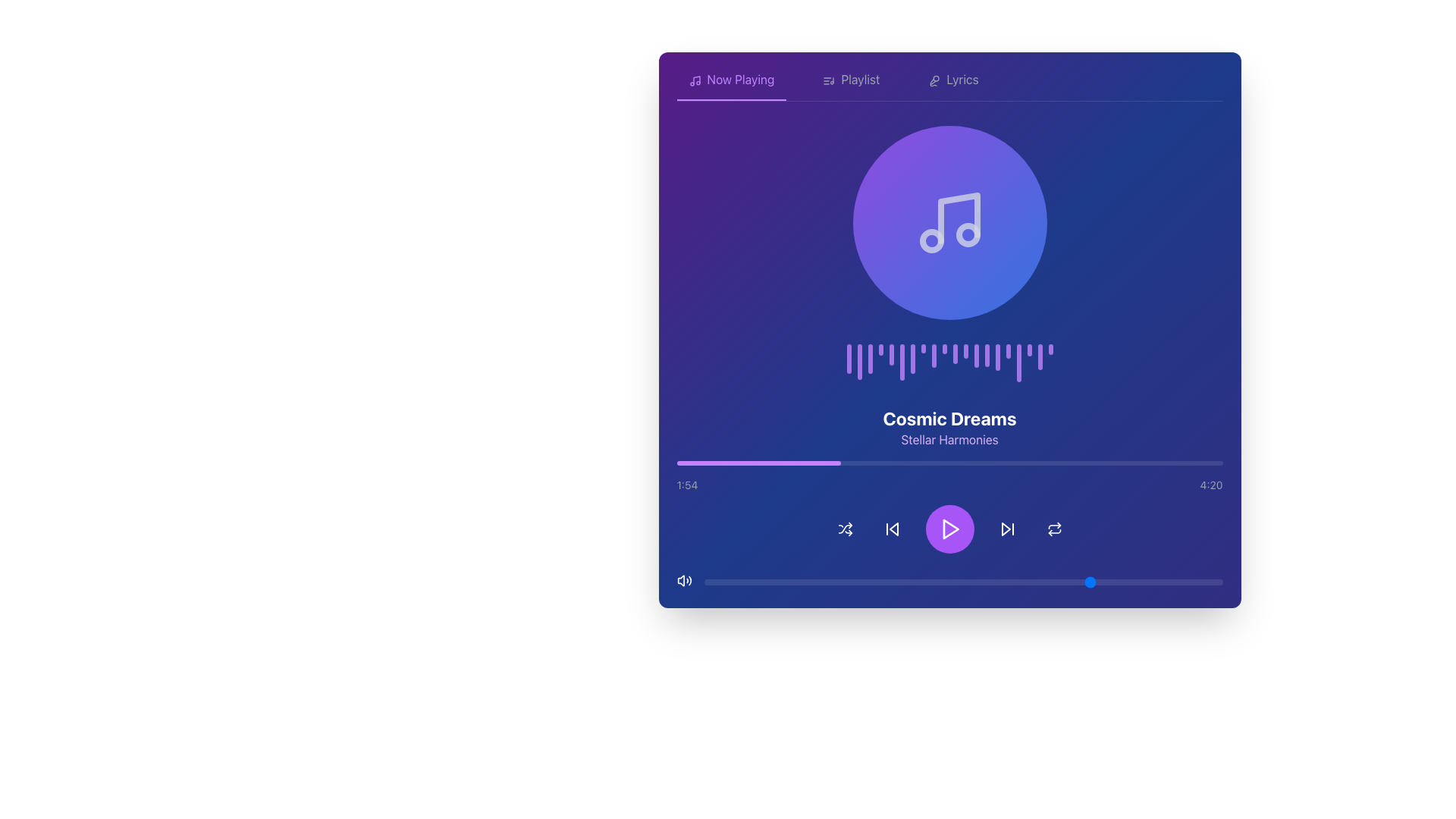 The image size is (1456, 819). Describe the element at coordinates (831, 462) in the screenshot. I see `playback progress` at that location.